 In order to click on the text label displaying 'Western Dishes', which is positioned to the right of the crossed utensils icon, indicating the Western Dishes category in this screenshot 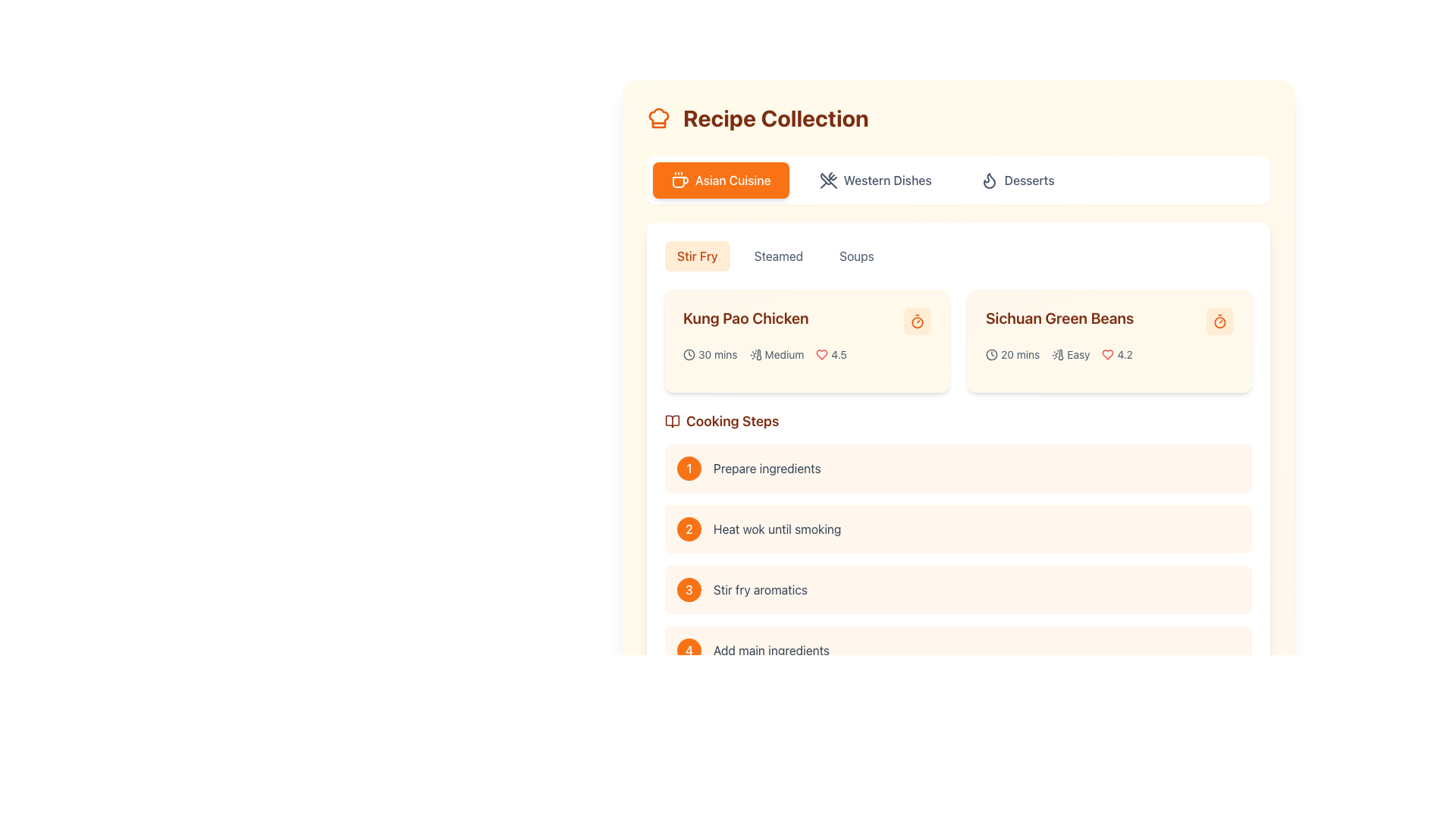, I will do `click(887, 180)`.